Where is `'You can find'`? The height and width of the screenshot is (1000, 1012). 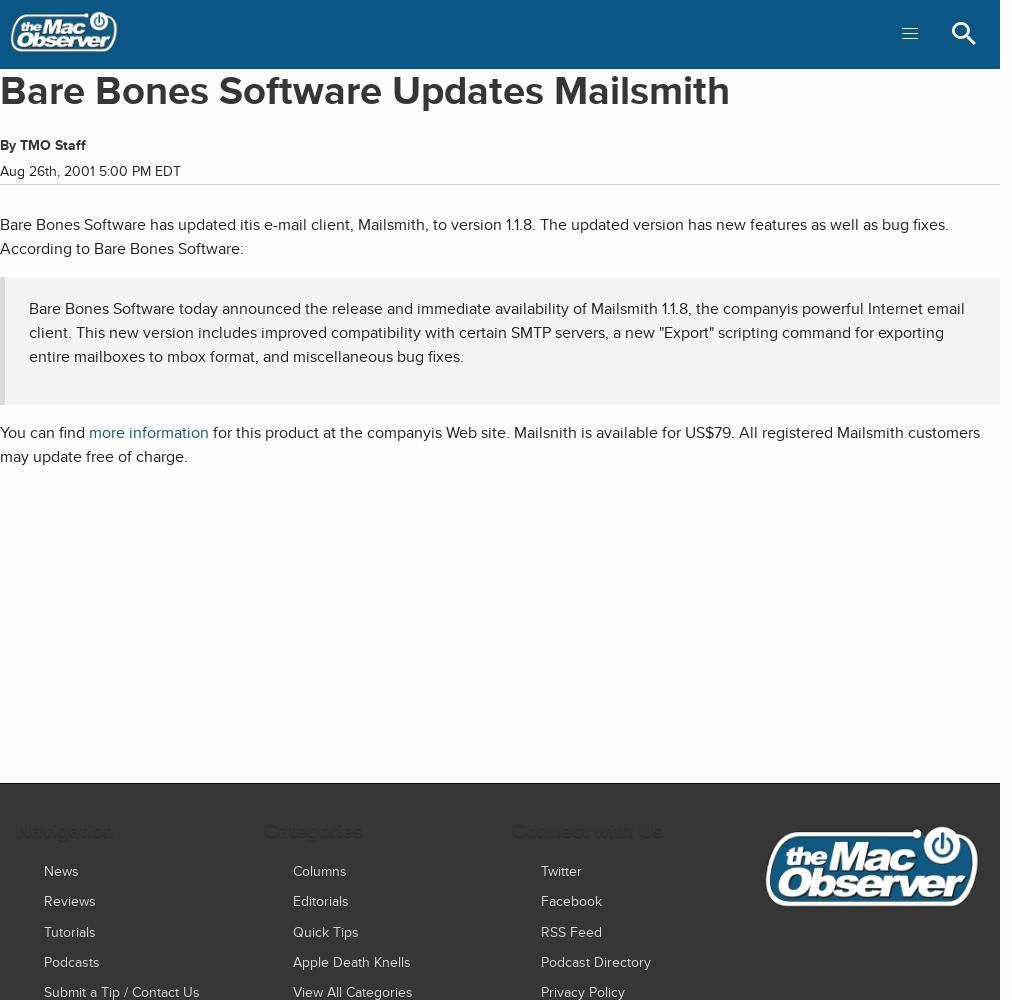
'You can find' is located at coordinates (43, 432).